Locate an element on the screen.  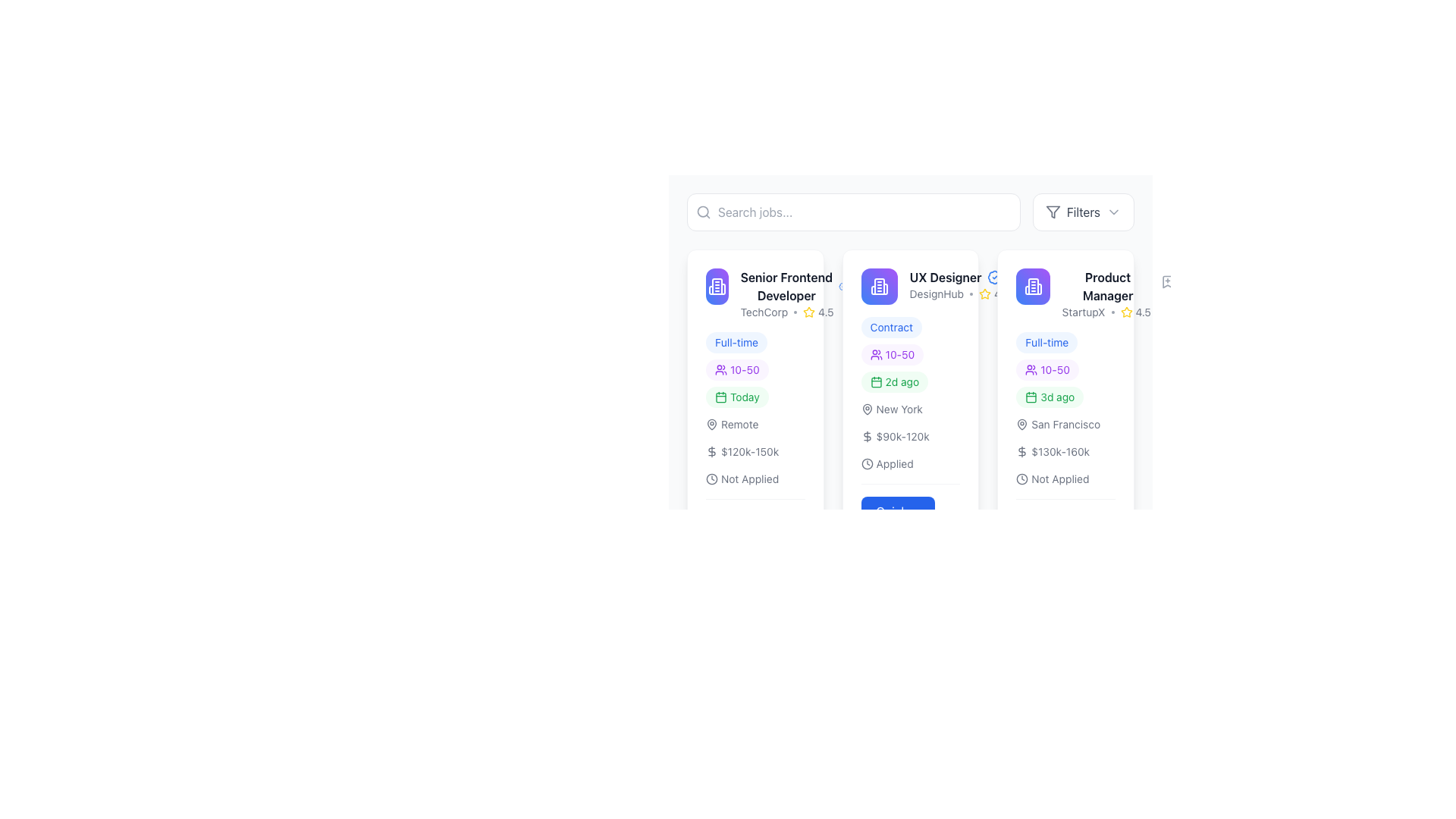
the top text display element that shows the position title and rating for a job posting, located on the right side of the job cards is located at coordinates (1108, 294).